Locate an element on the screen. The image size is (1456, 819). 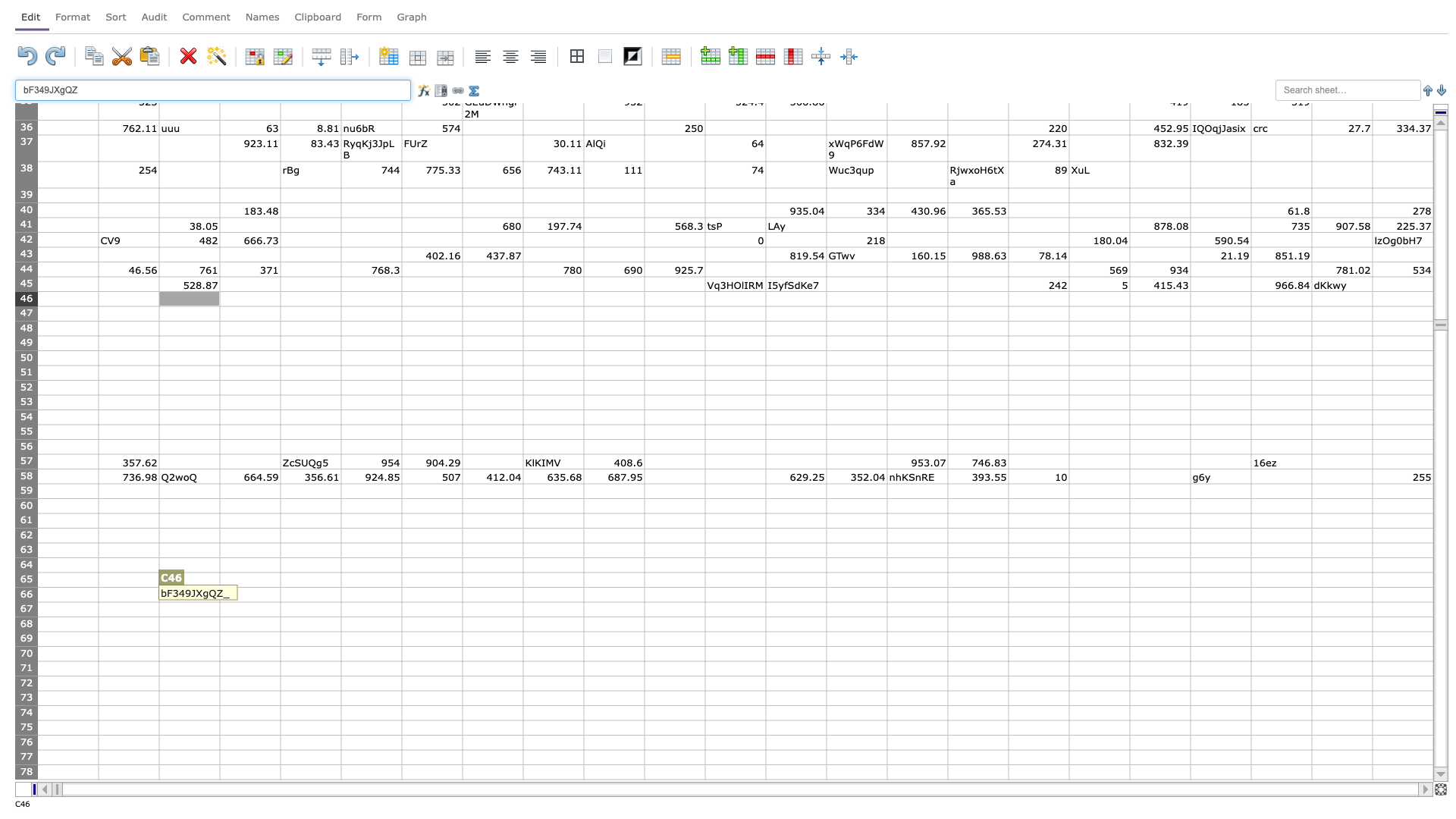
Bottom right corner of D-66 is located at coordinates (280, 601).